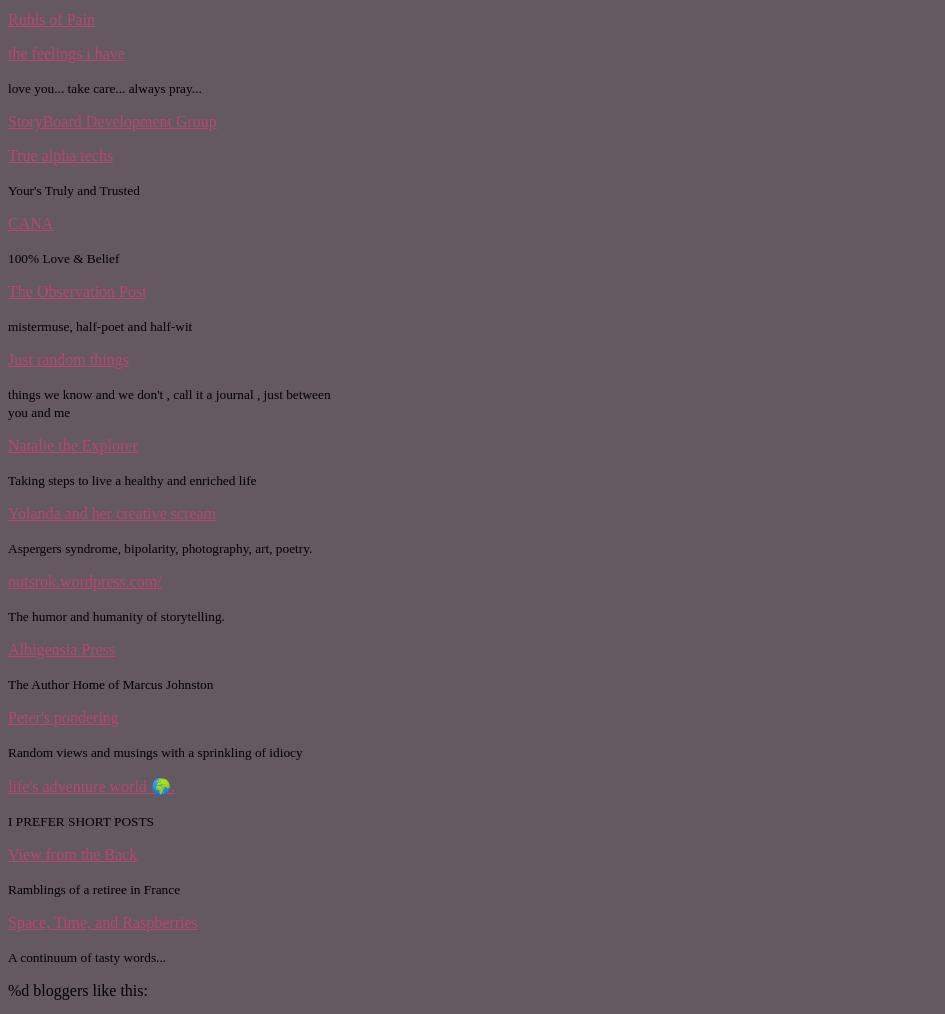  What do you see at coordinates (63, 257) in the screenshot?
I see `'100% Love & Belief'` at bounding box center [63, 257].